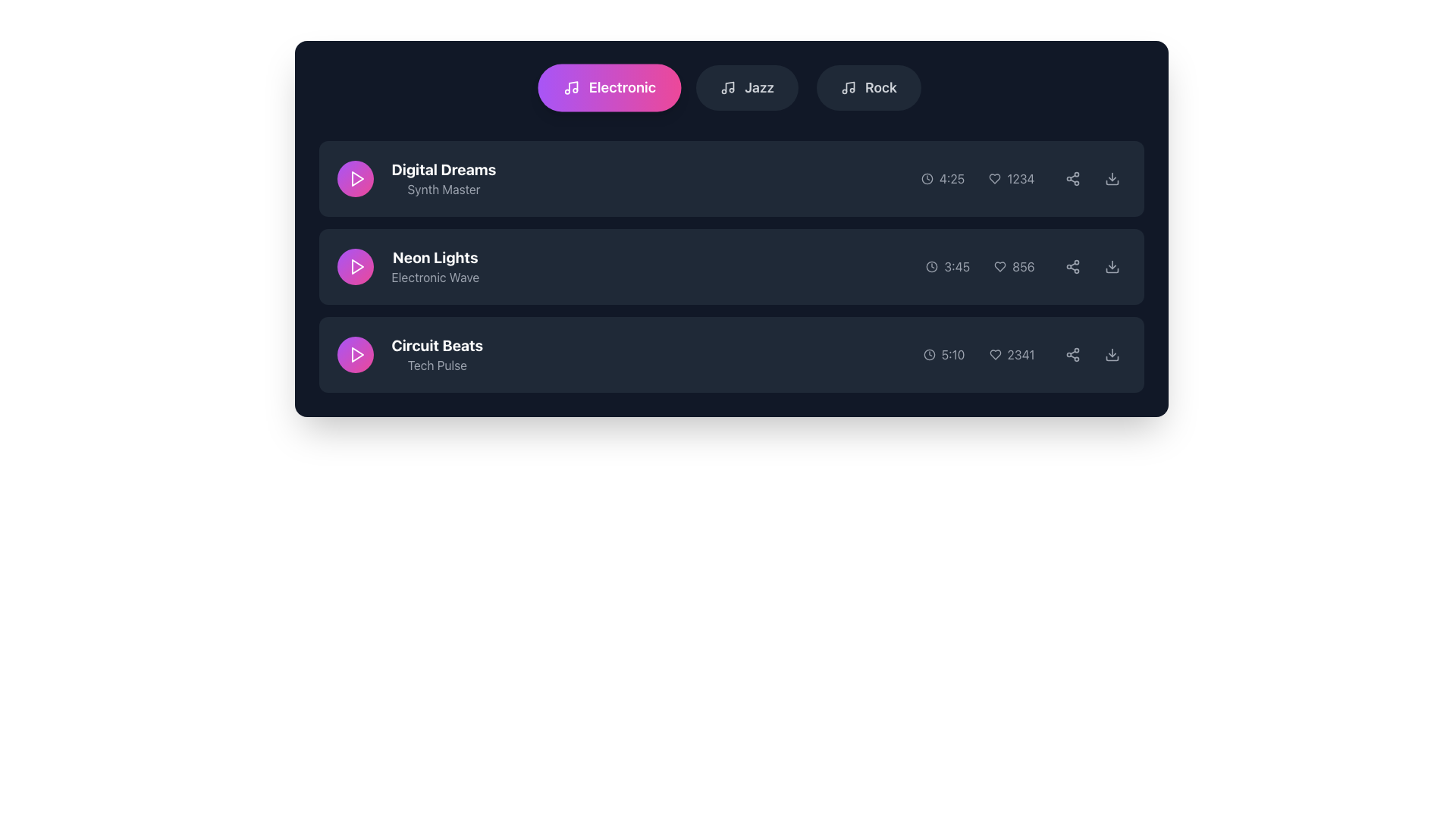 The height and width of the screenshot is (819, 1456). What do you see at coordinates (1025, 354) in the screenshot?
I see `the informational metadata grouping displaying the clock icon with '5:10' and the heart icon with '2341', located in the lower section of the row for the music track 'Circuit Beats'` at bounding box center [1025, 354].